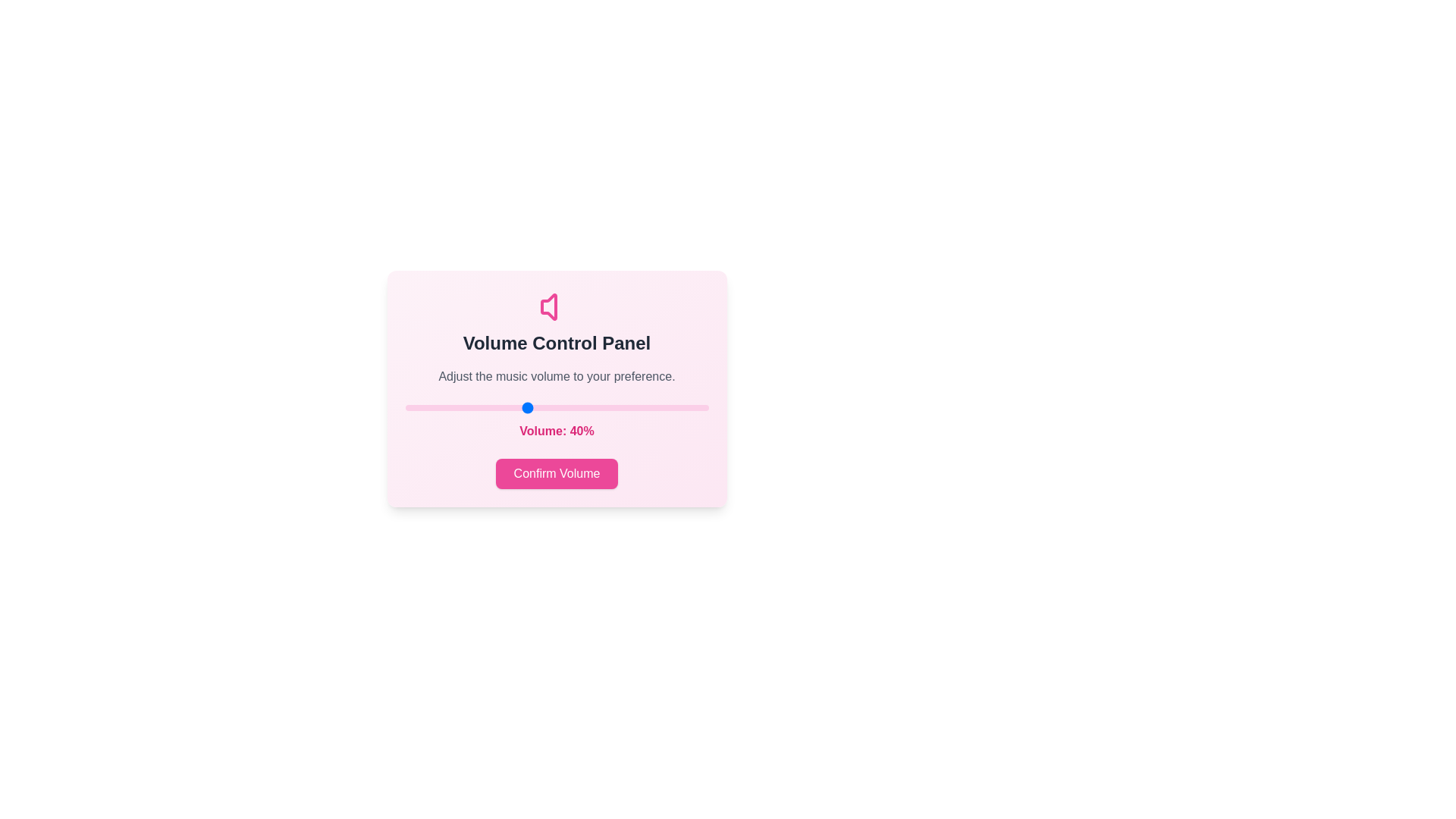 This screenshot has height=819, width=1456. Describe the element at coordinates (547, 406) in the screenshot. I see `the volume to 47 percent by dragging the slider` at that location.